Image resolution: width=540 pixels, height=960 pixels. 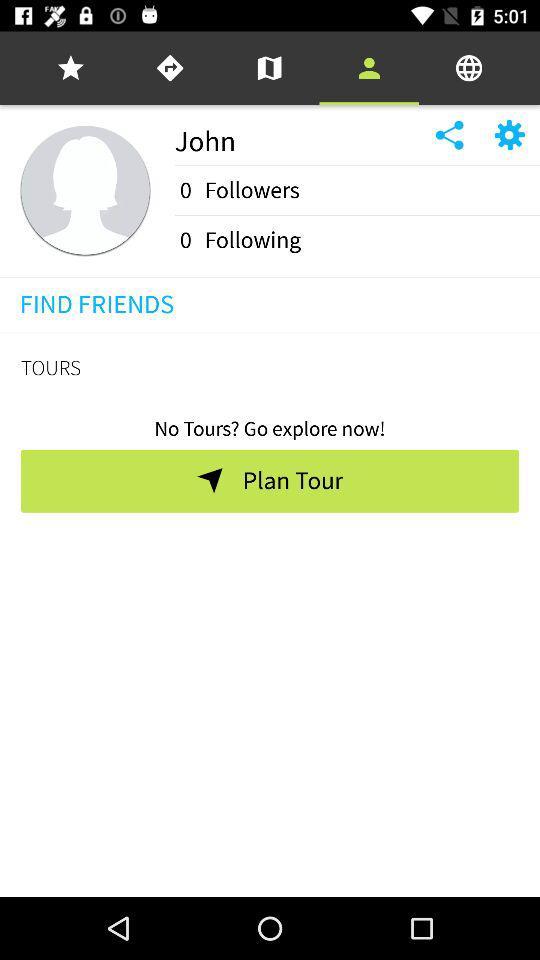 I want to click on icon above the plan tour item, so click(x=270, y=422).